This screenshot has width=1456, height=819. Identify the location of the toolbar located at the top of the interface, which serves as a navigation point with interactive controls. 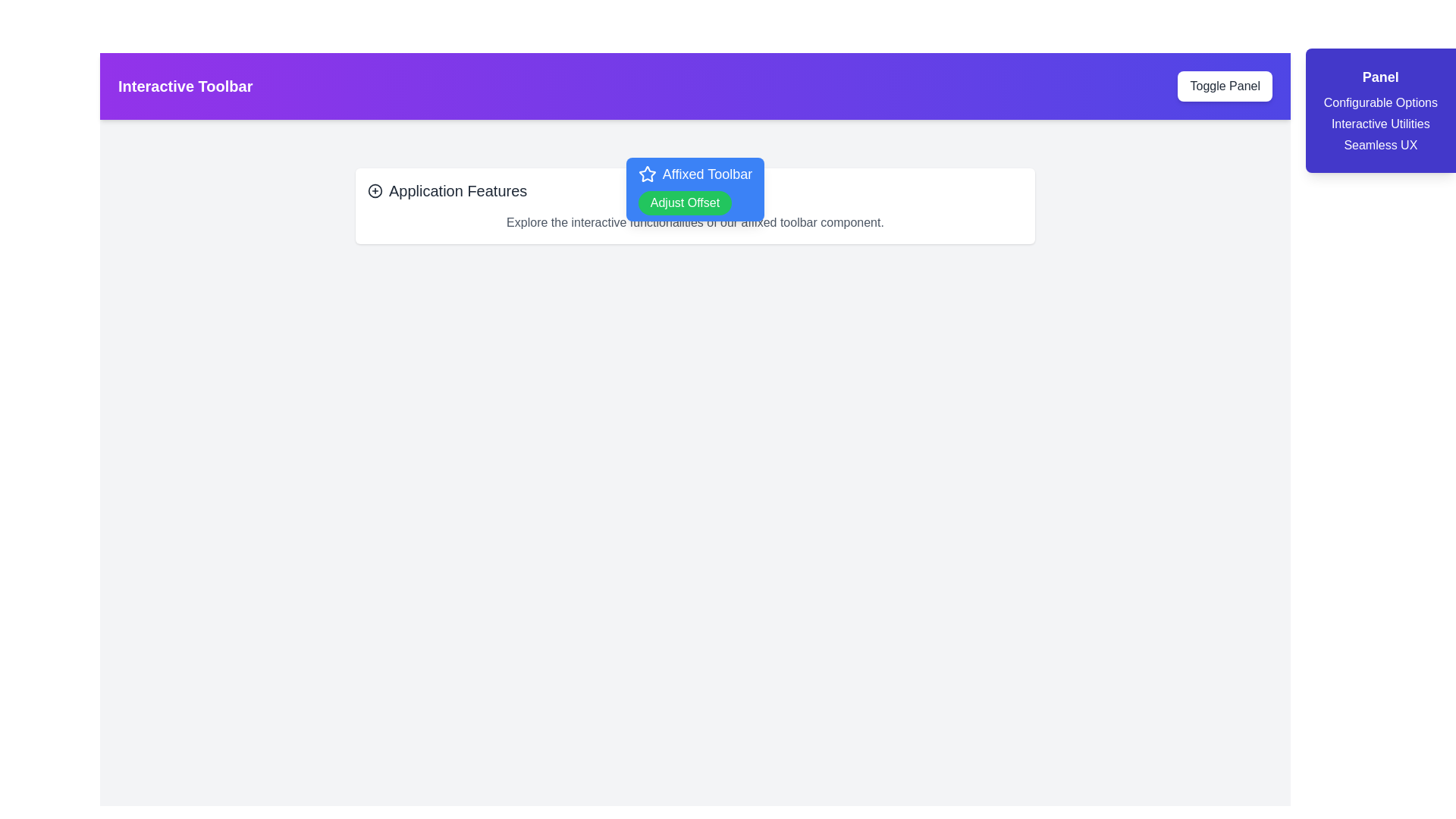
(694, 86).